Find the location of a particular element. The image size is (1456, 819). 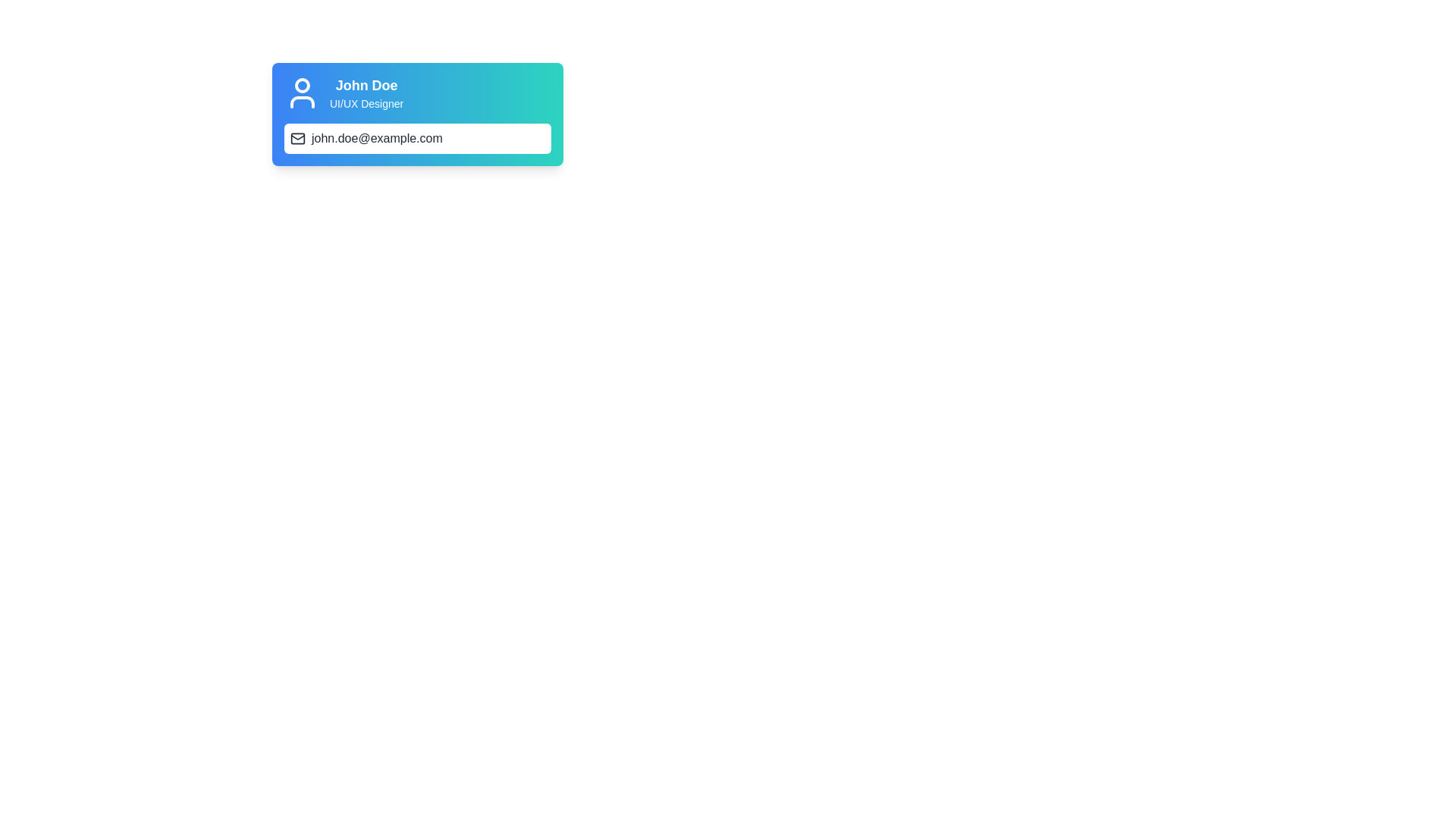

the envelope icon located in the email section of the profile card to focus on the email address 'john.doe@example.com' is located at coordinates (298, 138).